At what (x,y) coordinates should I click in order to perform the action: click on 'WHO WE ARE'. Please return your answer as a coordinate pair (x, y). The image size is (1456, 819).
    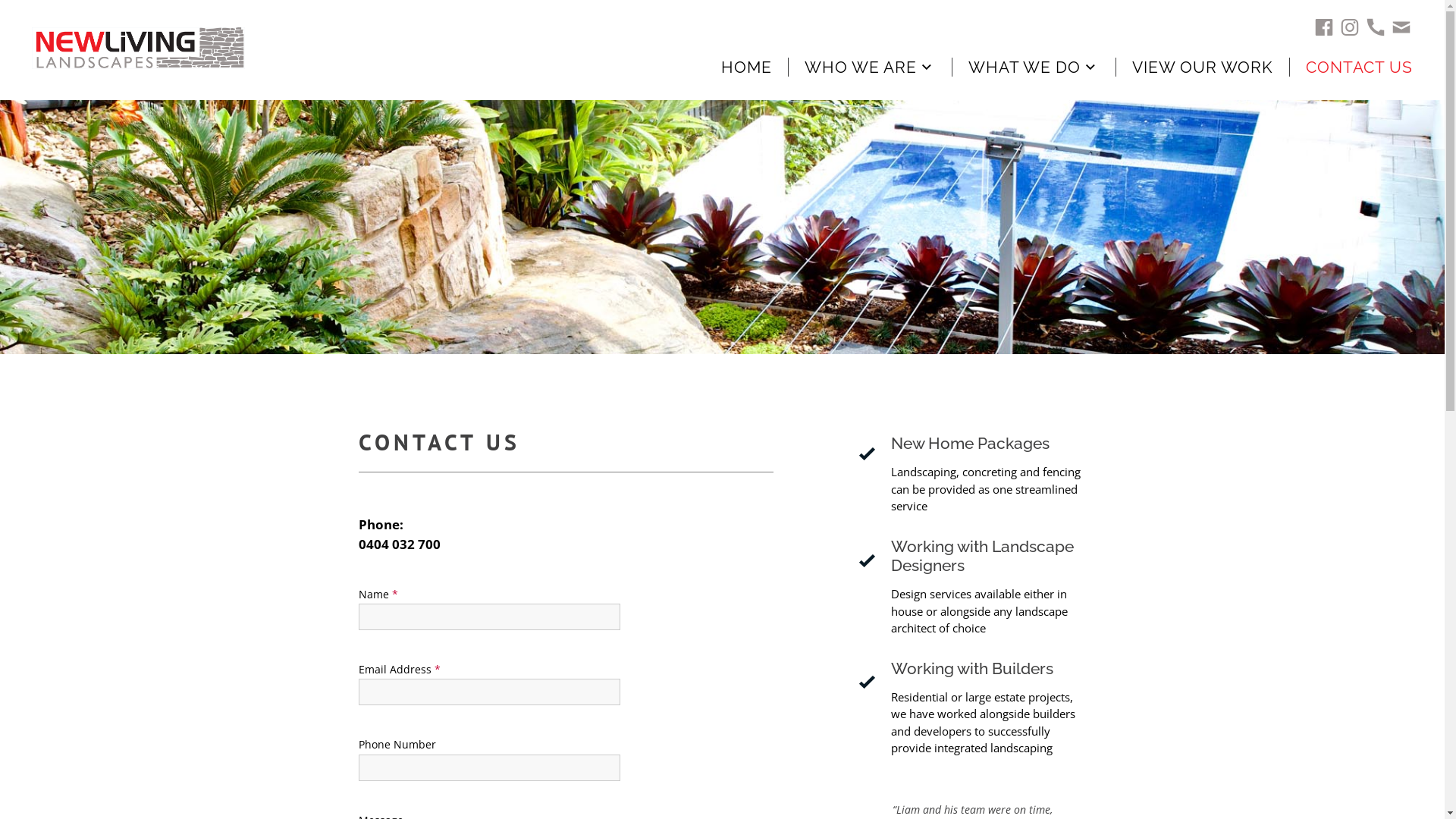
    Looking at the image, I should click on (886, 66).